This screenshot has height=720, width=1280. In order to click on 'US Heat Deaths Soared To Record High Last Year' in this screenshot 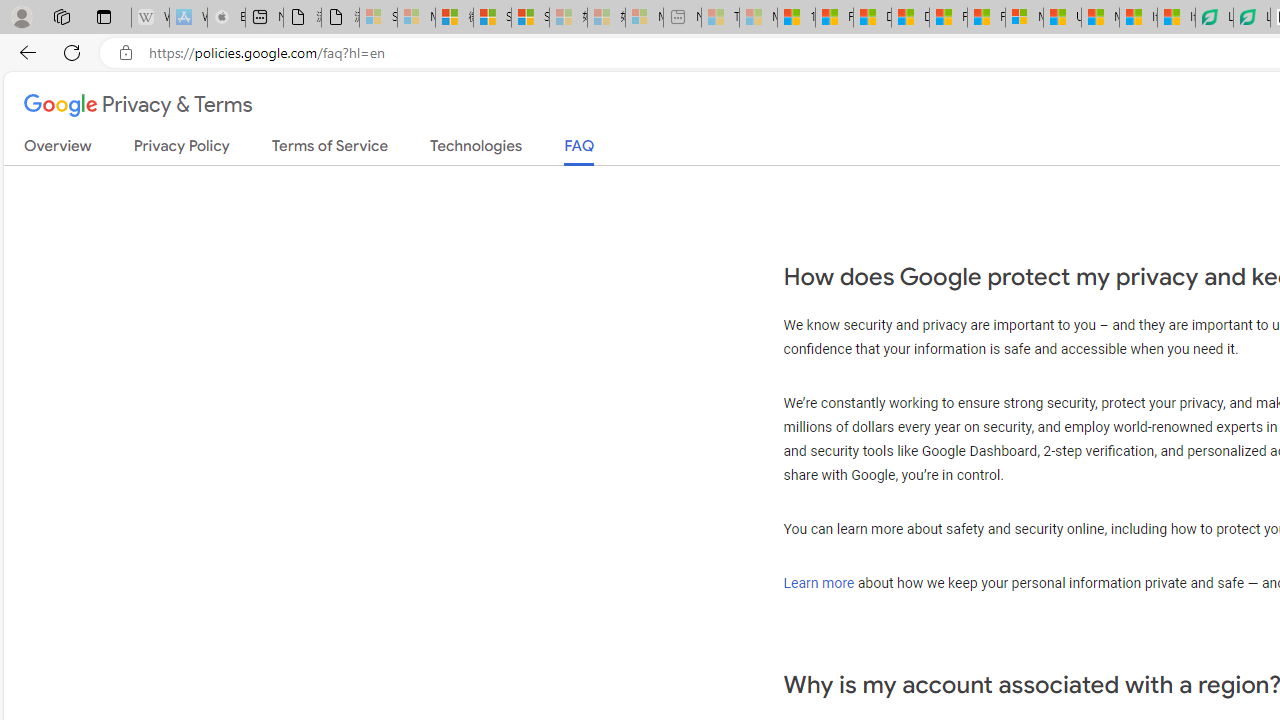, I will do `click(1062, 17)`.